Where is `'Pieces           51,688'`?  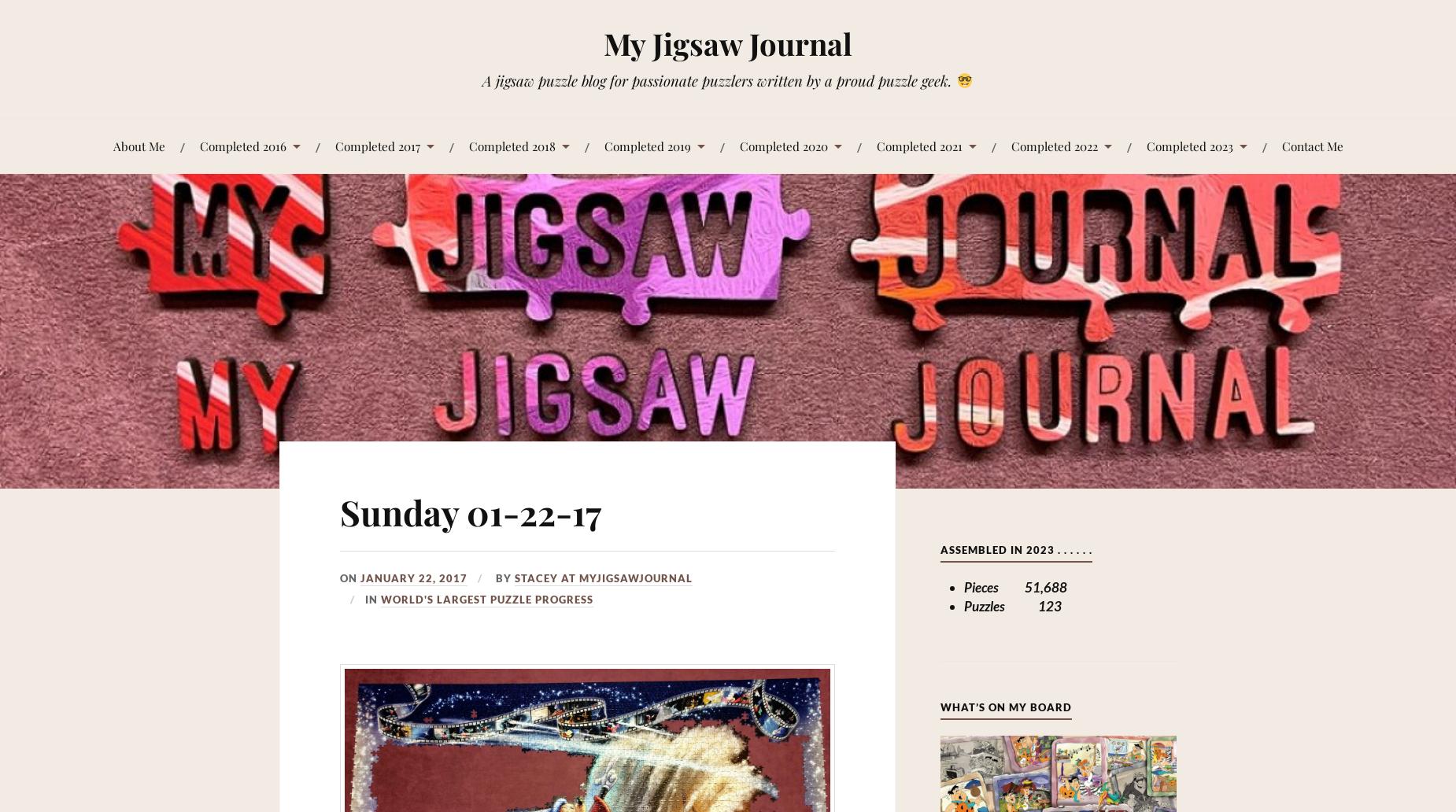
'Pieces           51,688' is located at coordinates (1014, 586).